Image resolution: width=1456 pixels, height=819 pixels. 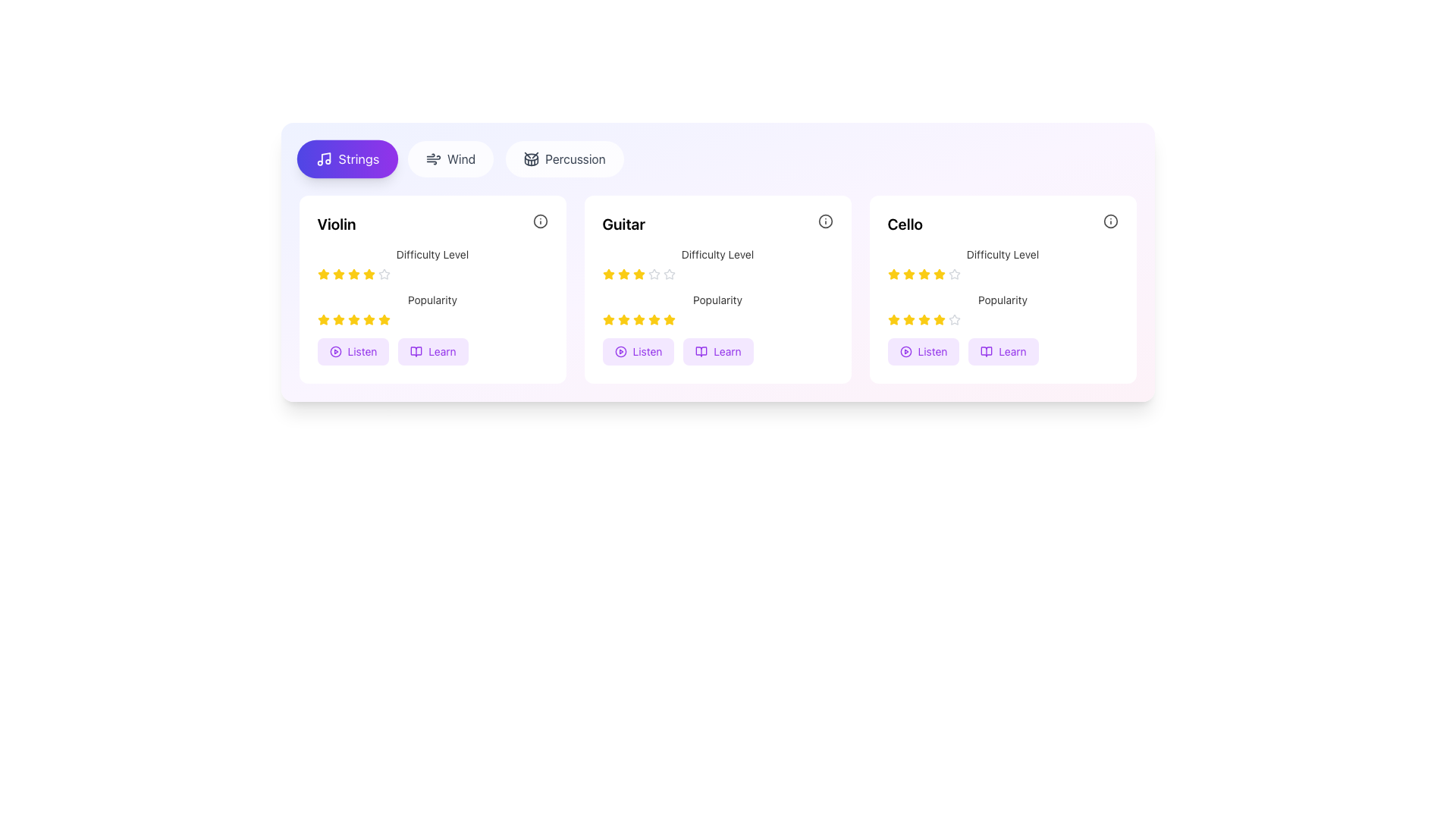 What do you see at coordinates (668, 318) in the screenshot?
I see `the second yellow star icon in the popularity rating section of the Guitar card, which represents a star rating` at bounding box center [668, 318].